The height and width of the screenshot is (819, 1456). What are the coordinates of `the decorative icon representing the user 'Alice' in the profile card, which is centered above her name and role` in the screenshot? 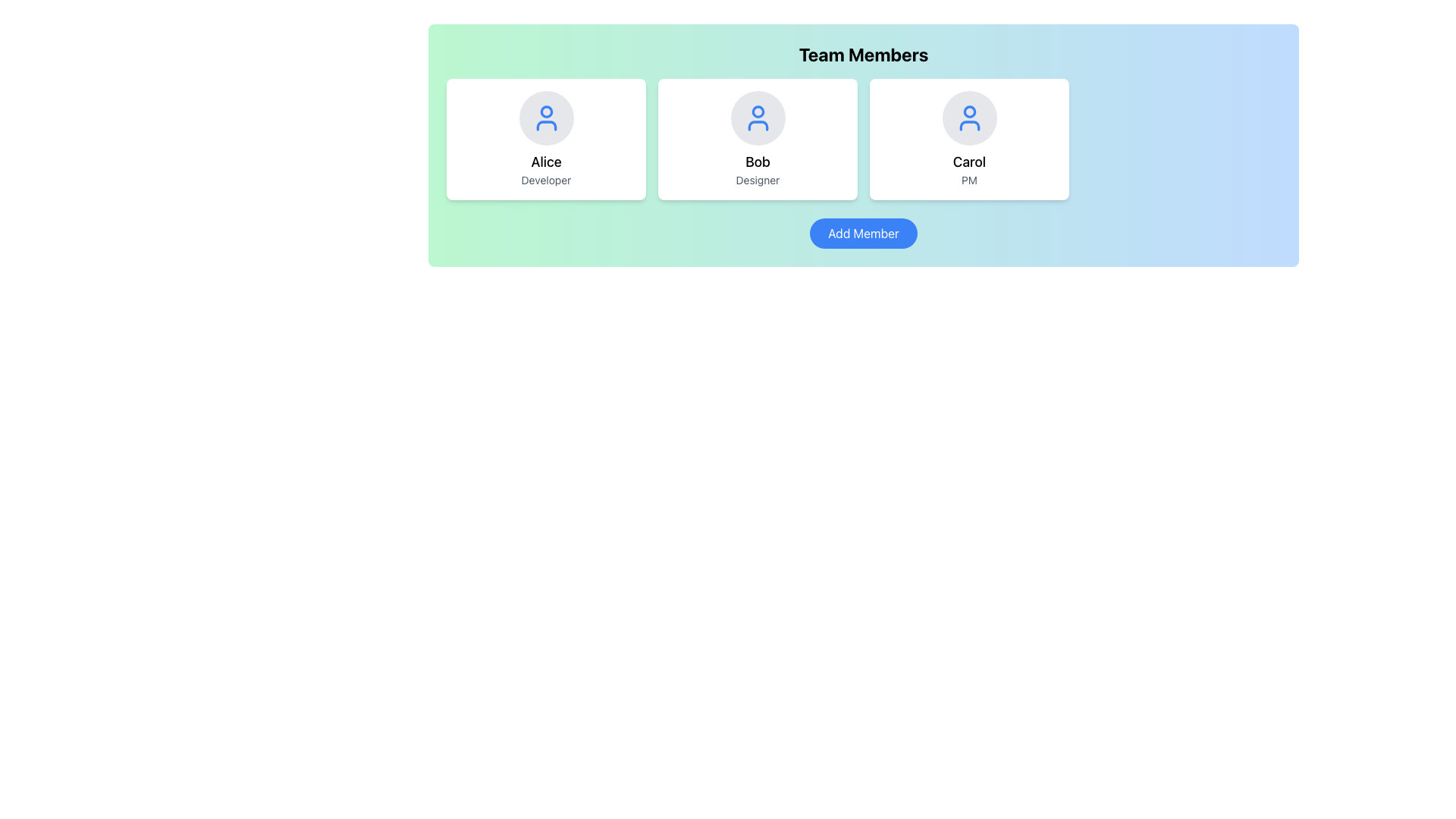 It's located at (546, 117).